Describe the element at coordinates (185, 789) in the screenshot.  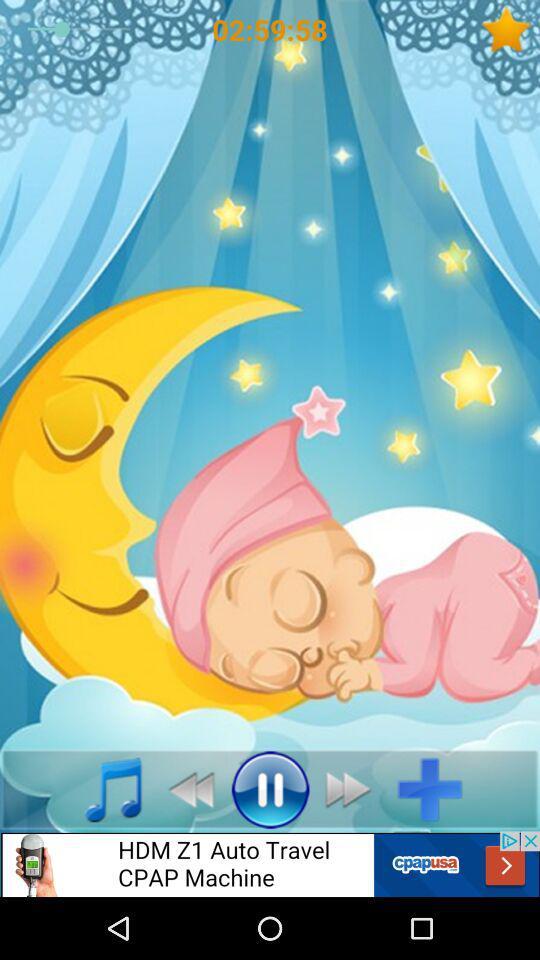
I see `rewind option` at that location.